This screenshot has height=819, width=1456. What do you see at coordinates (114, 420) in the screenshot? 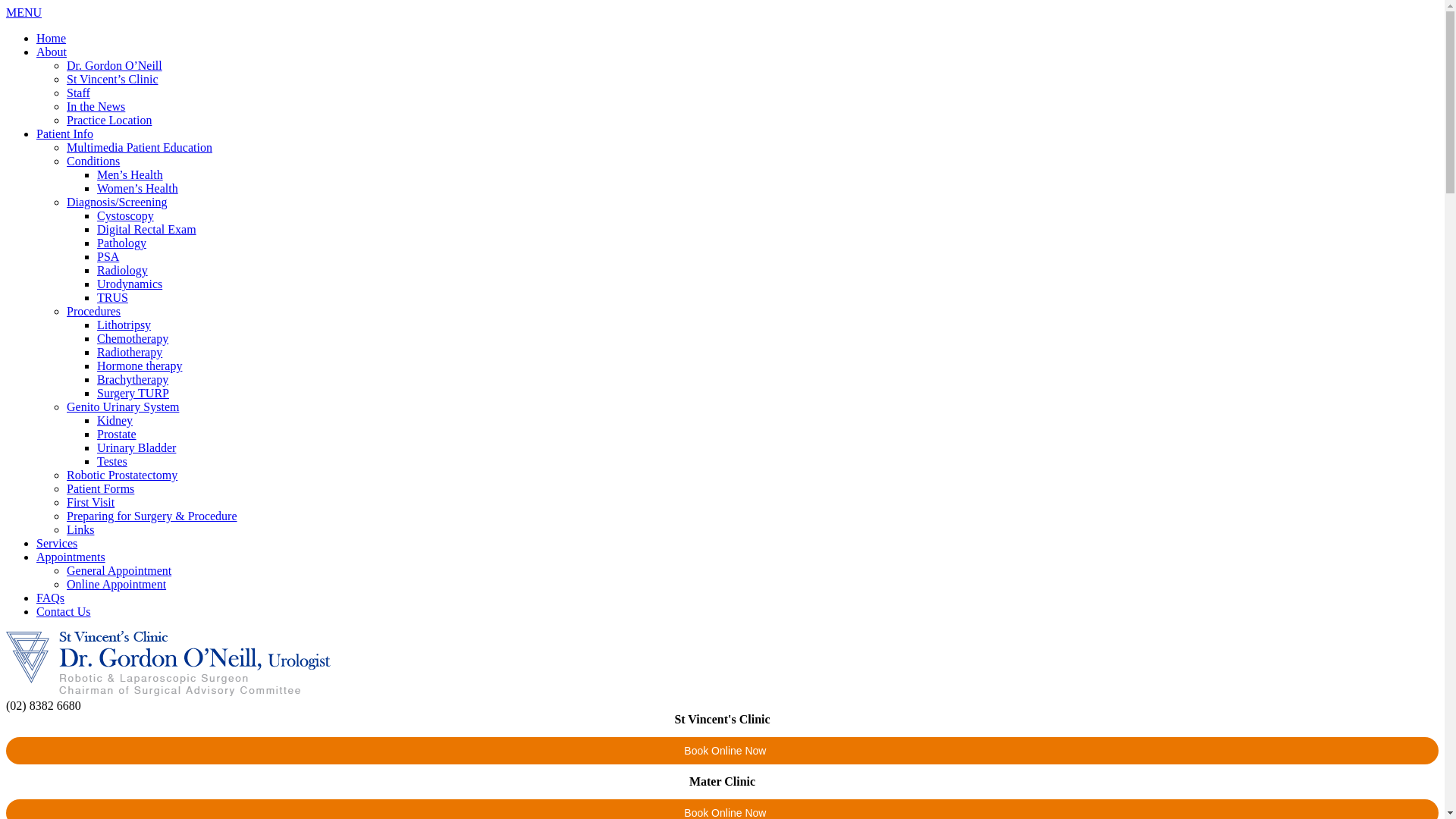
I see `'Kidney'` at bounding box center [114, 420].